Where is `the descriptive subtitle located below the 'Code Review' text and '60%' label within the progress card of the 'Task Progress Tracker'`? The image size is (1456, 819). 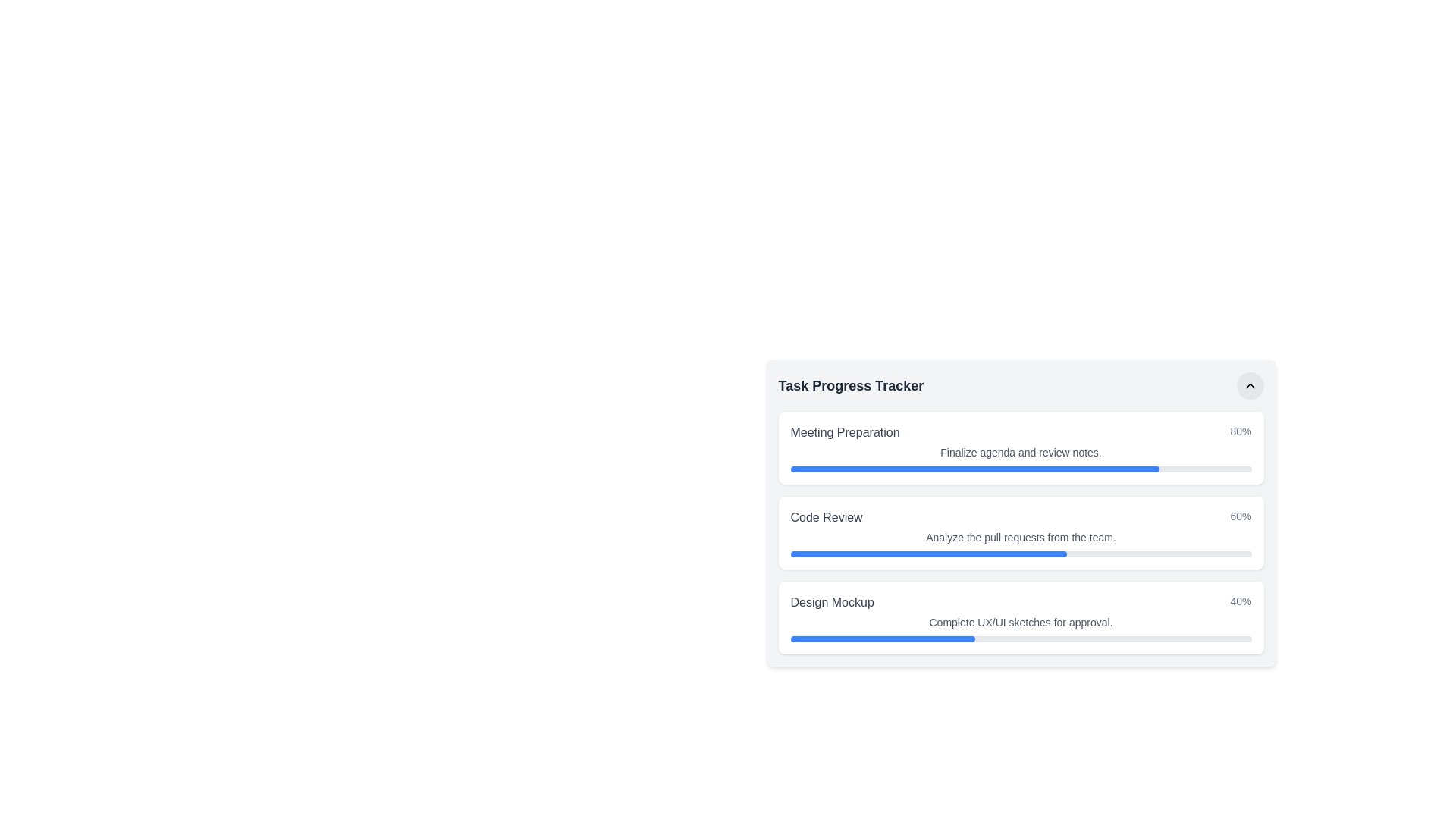 the descriptive subtitle located below the 'Code Review' text and '60%' label within the progress card of the 'Task Progress Tracker' is located at coordinates (1021, 537).